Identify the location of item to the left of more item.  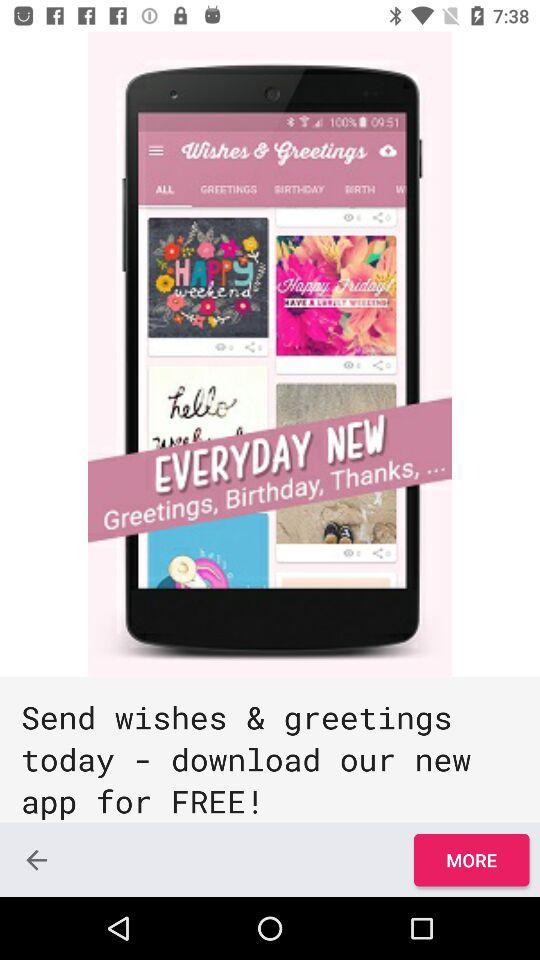
(36, 859).